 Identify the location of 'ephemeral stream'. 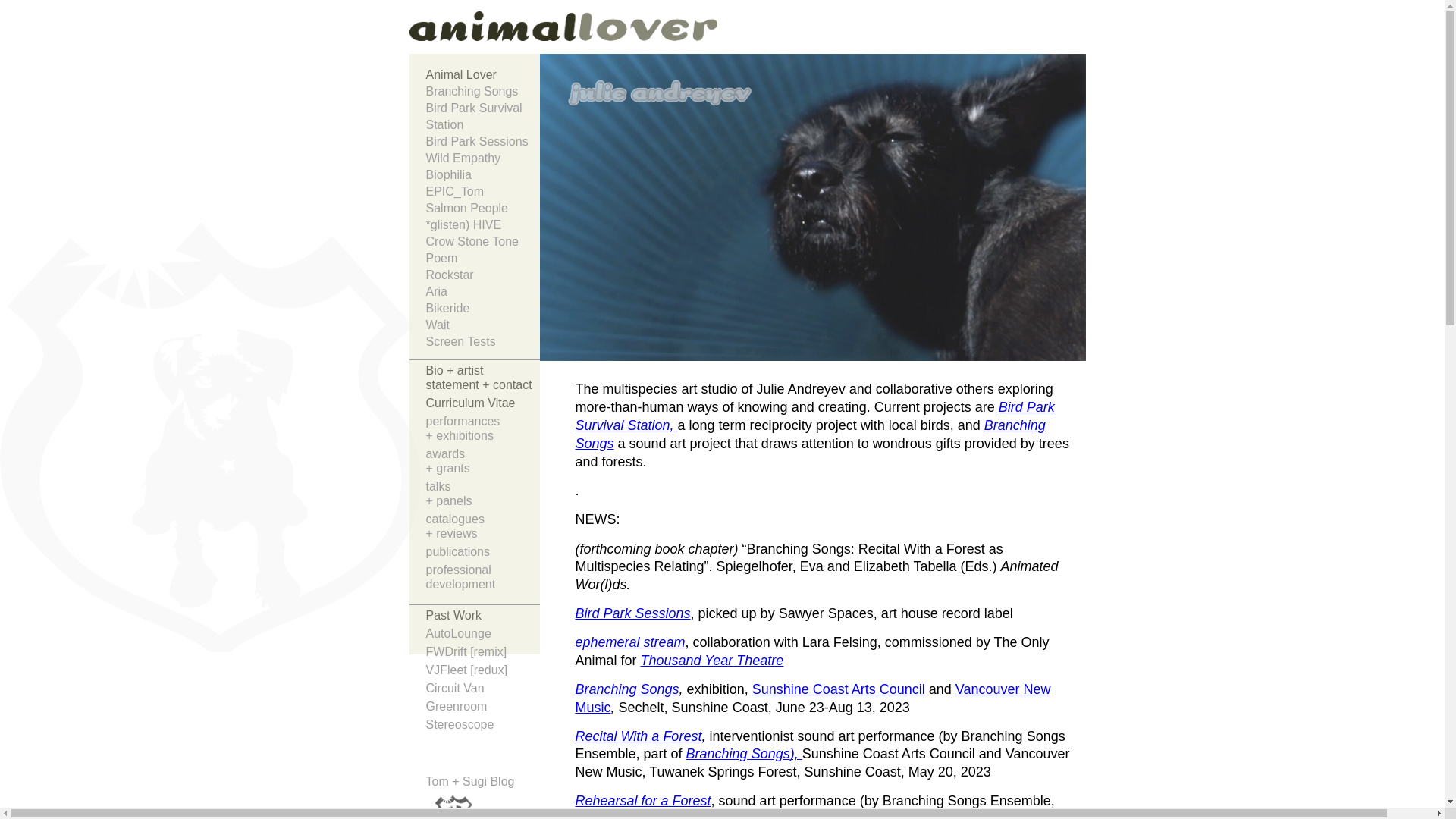
(629, 642).